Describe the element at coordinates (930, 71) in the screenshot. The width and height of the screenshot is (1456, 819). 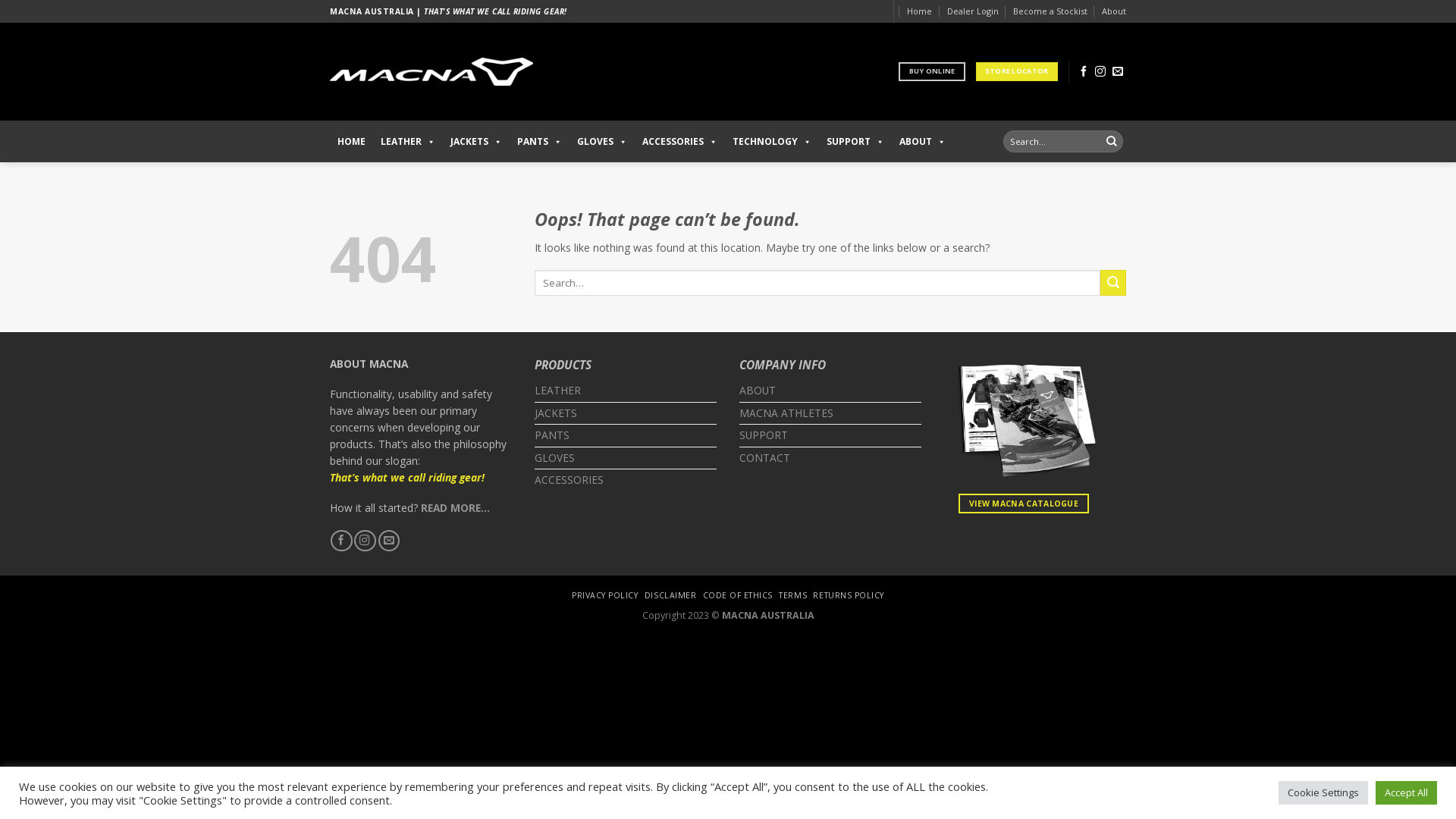
I see `'BUY ONLINE'` at that location.